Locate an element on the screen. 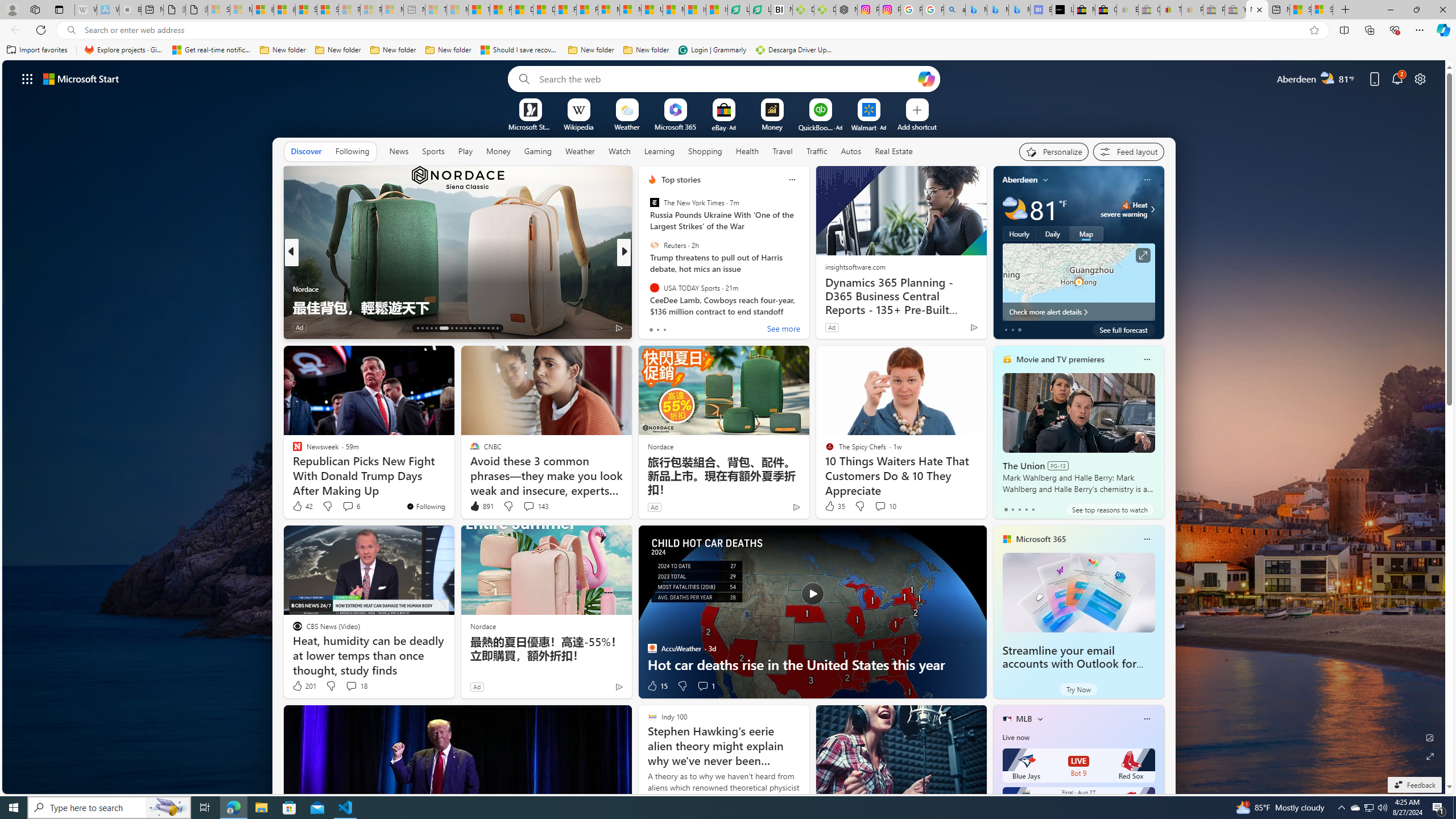  'AutomationID: tab-19' is located at coordinates (452, 328).